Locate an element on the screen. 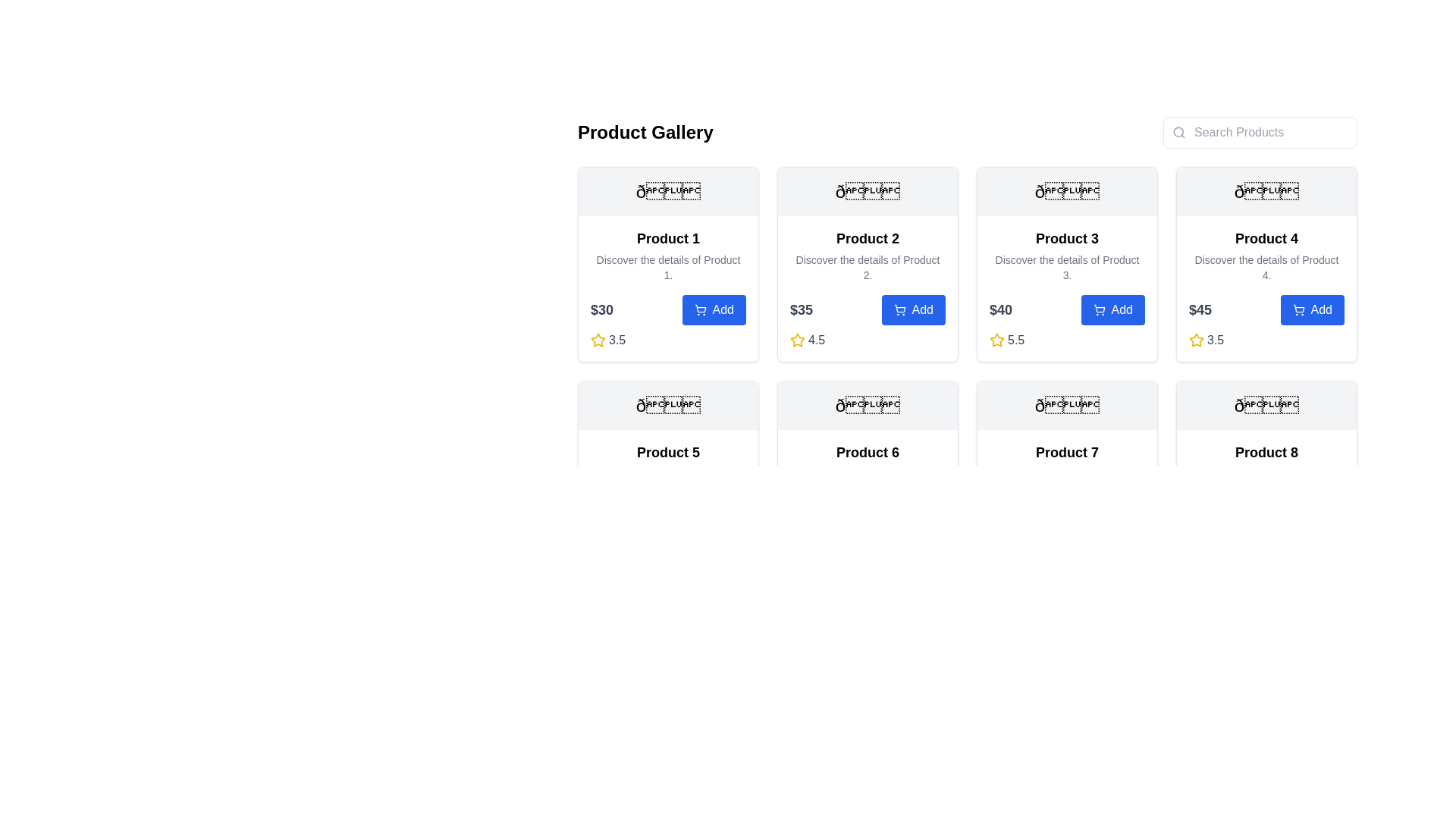 This screenshot has width=1456, height=819. text label displaying the rating value '3.5' located to the right of the yellow star icon in the bottom-left corner of the 'Product 4' card is located at coordinates (1216, 339).